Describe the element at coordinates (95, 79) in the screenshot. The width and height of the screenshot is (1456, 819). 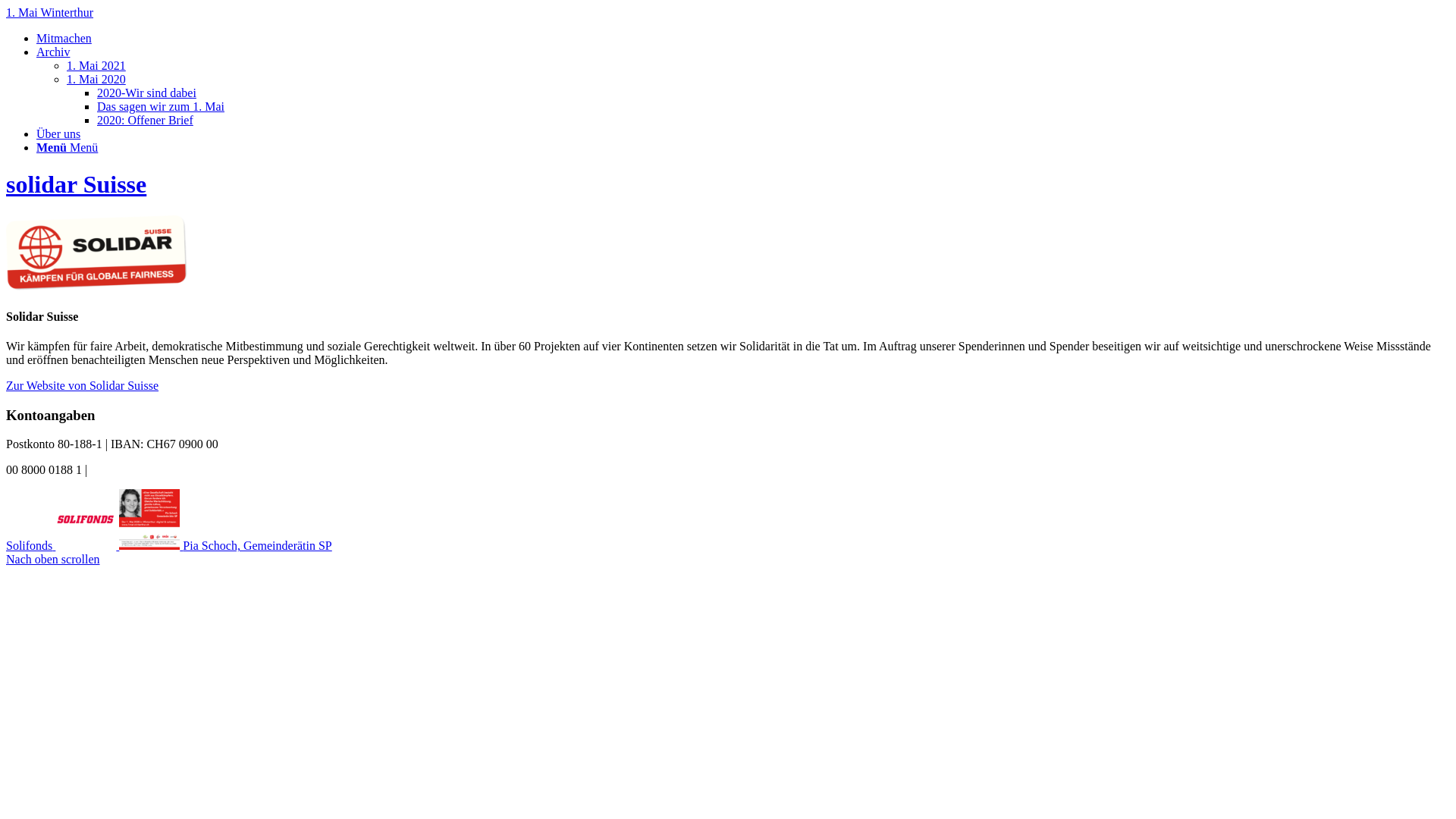
I see `'1. Mai 2020'` at that location.